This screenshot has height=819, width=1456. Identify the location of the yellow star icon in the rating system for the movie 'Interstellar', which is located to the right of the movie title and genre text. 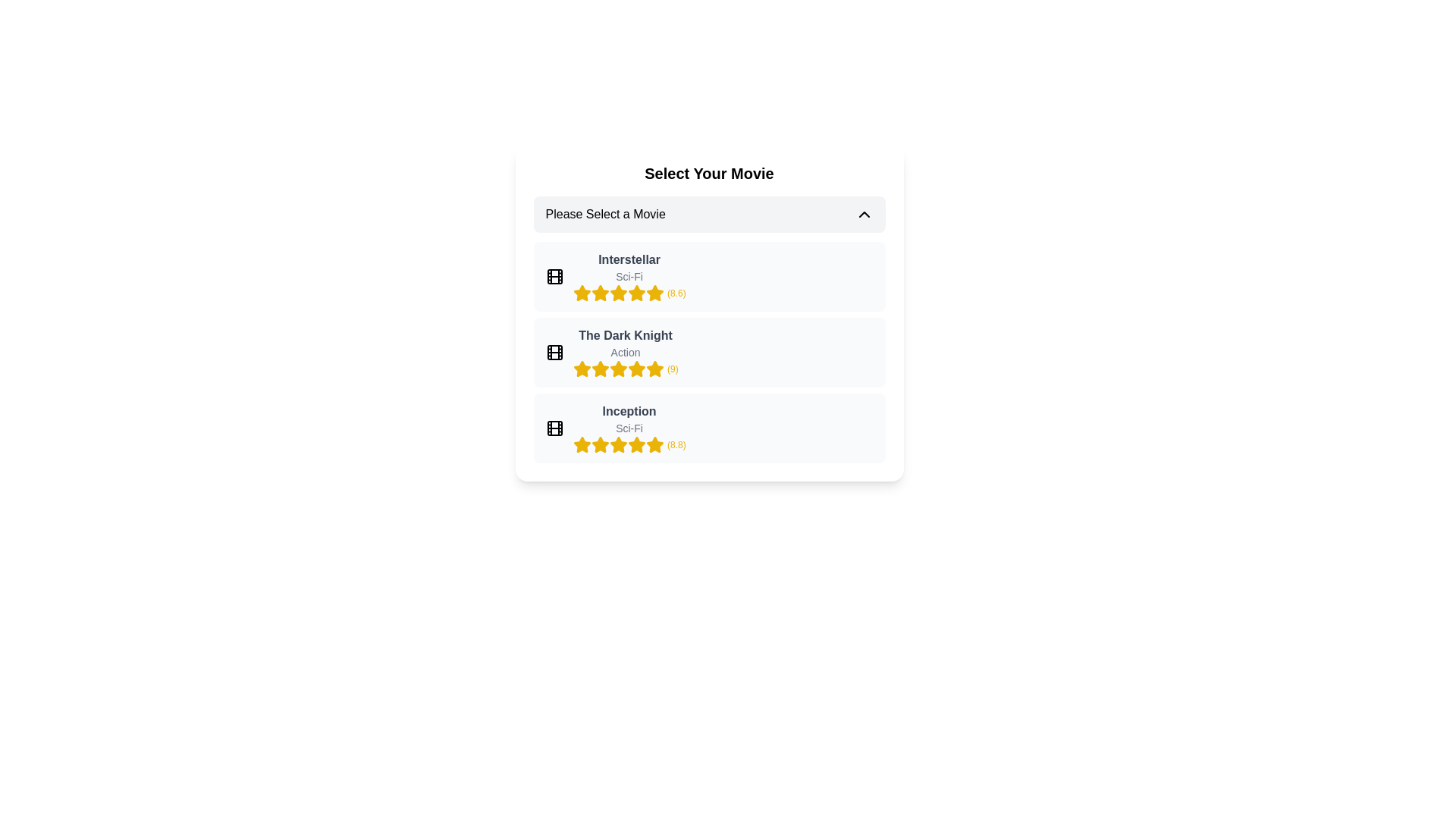
(581, 293).